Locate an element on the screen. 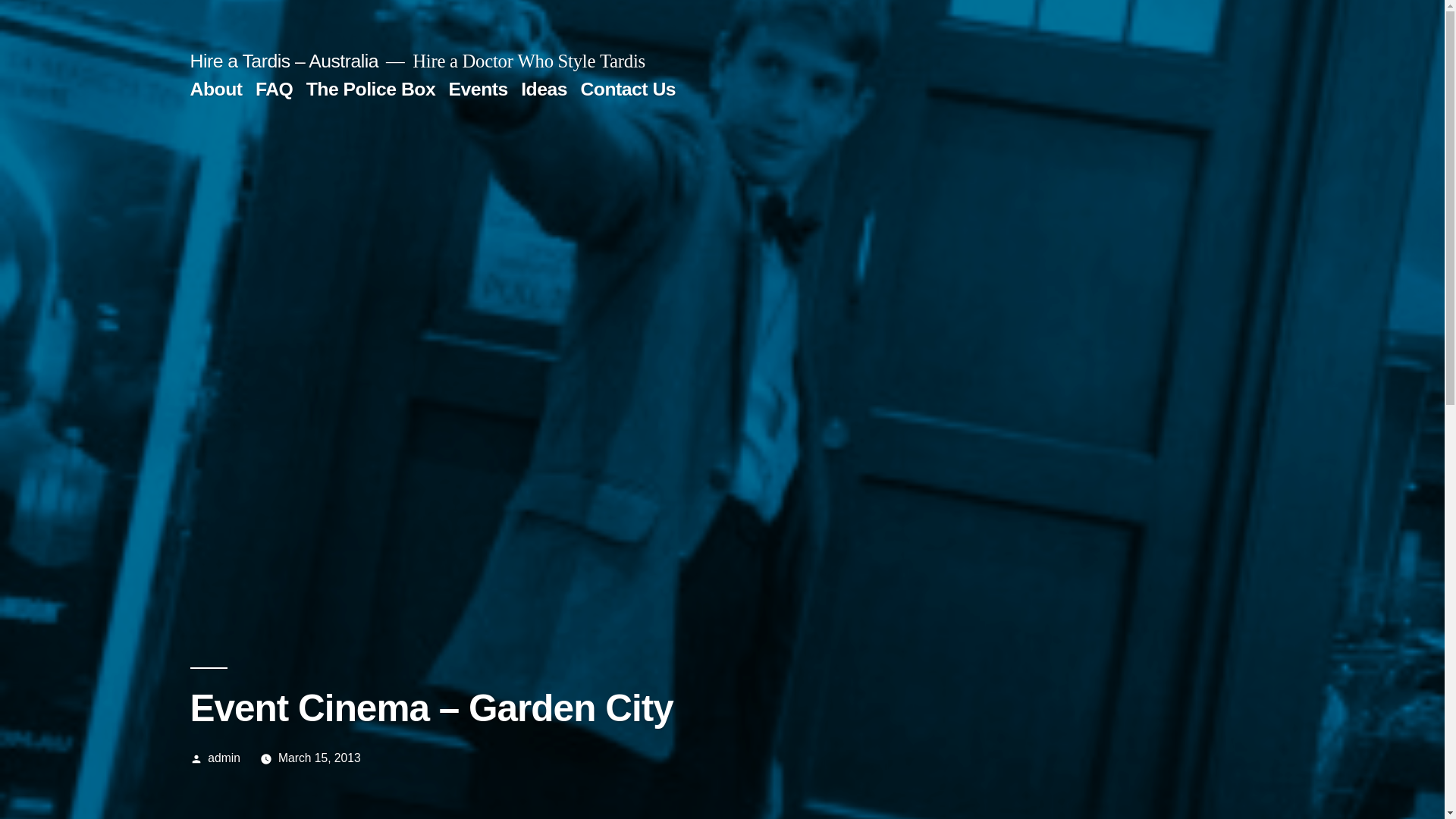 This screenshot has height=819, width=1456. 'March 15, 2013' is located at coordinates (318, 758).